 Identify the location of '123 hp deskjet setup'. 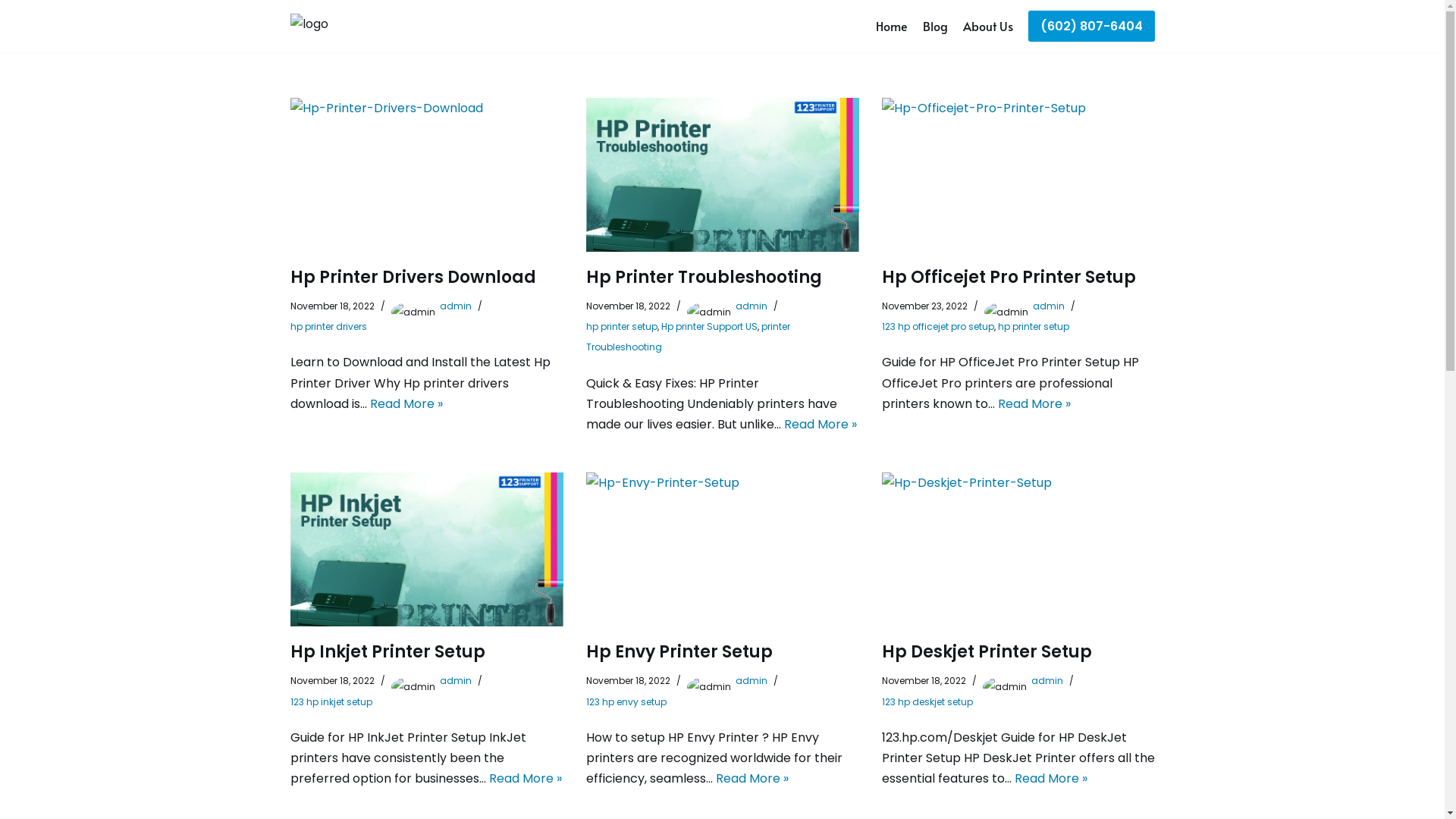
(926, 701).